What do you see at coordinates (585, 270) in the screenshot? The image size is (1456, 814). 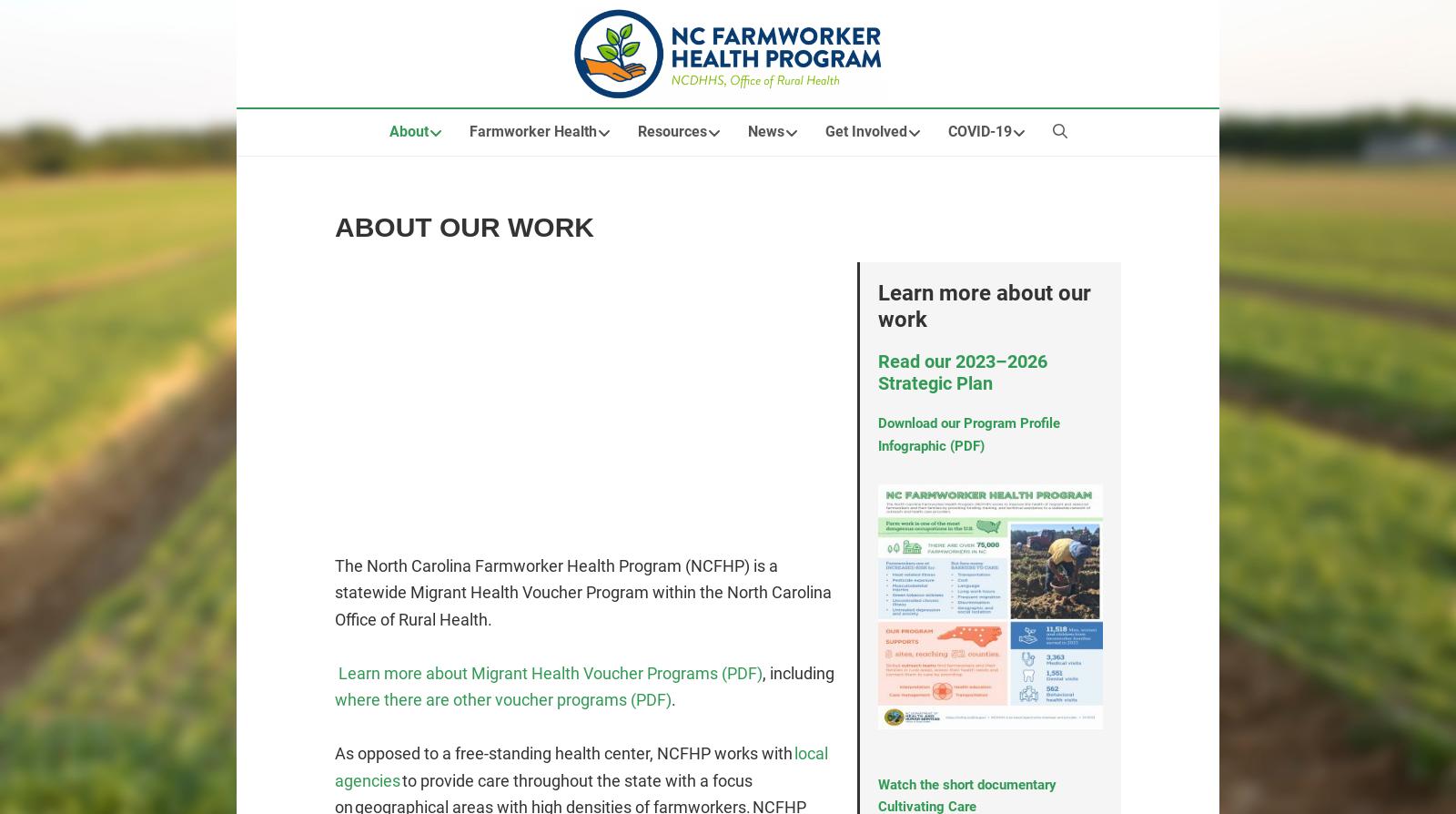 I see `'Health Education Modules'` at bounding box center [585, 270].